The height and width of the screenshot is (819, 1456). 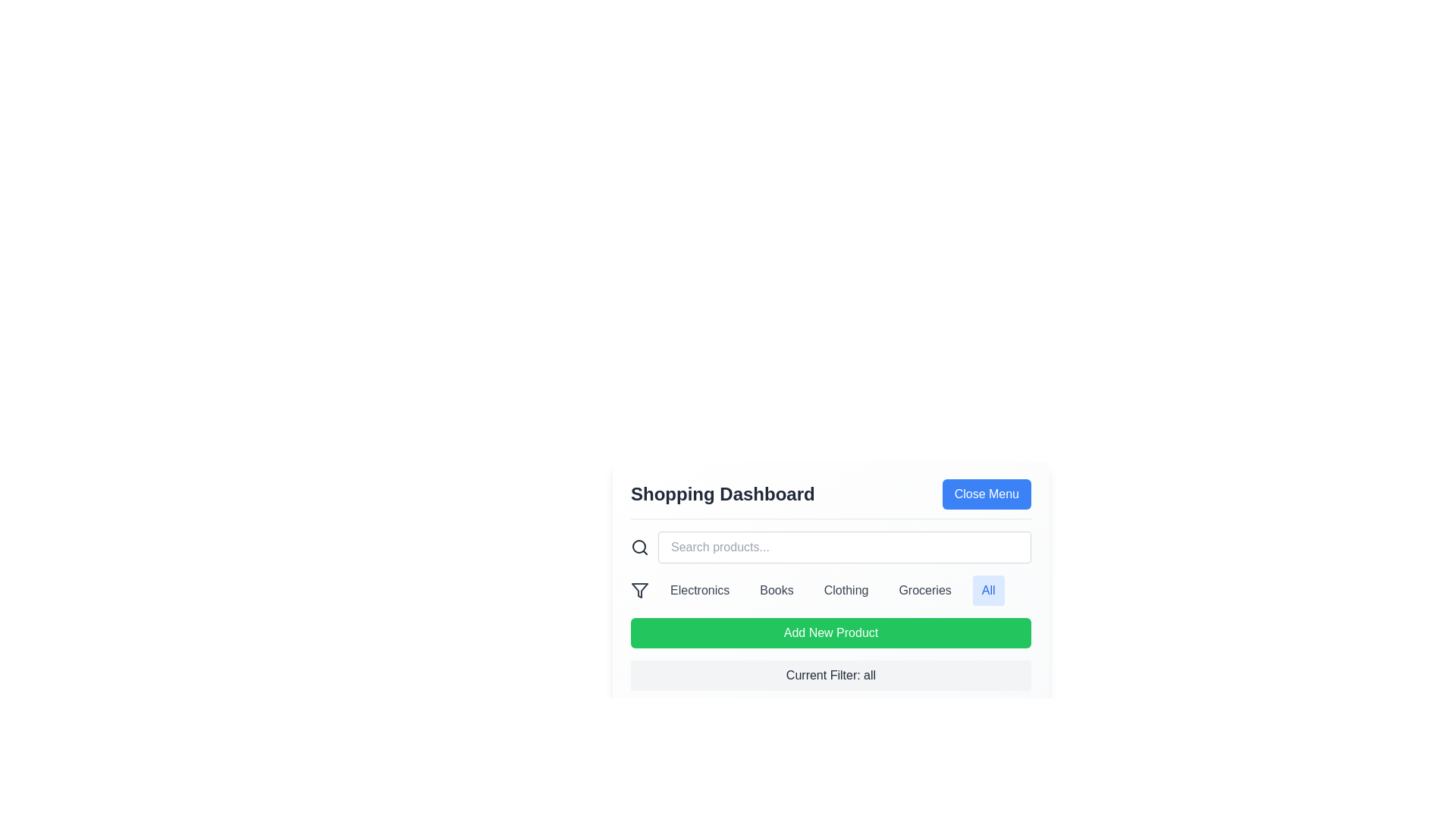 What do you see at coordinates (640, 547) in the screenshot?
I see `the magnifying glass icon located at the top-left corner of the horizontal header bar to receive feedback or hints` at bounding box center [640, 547].